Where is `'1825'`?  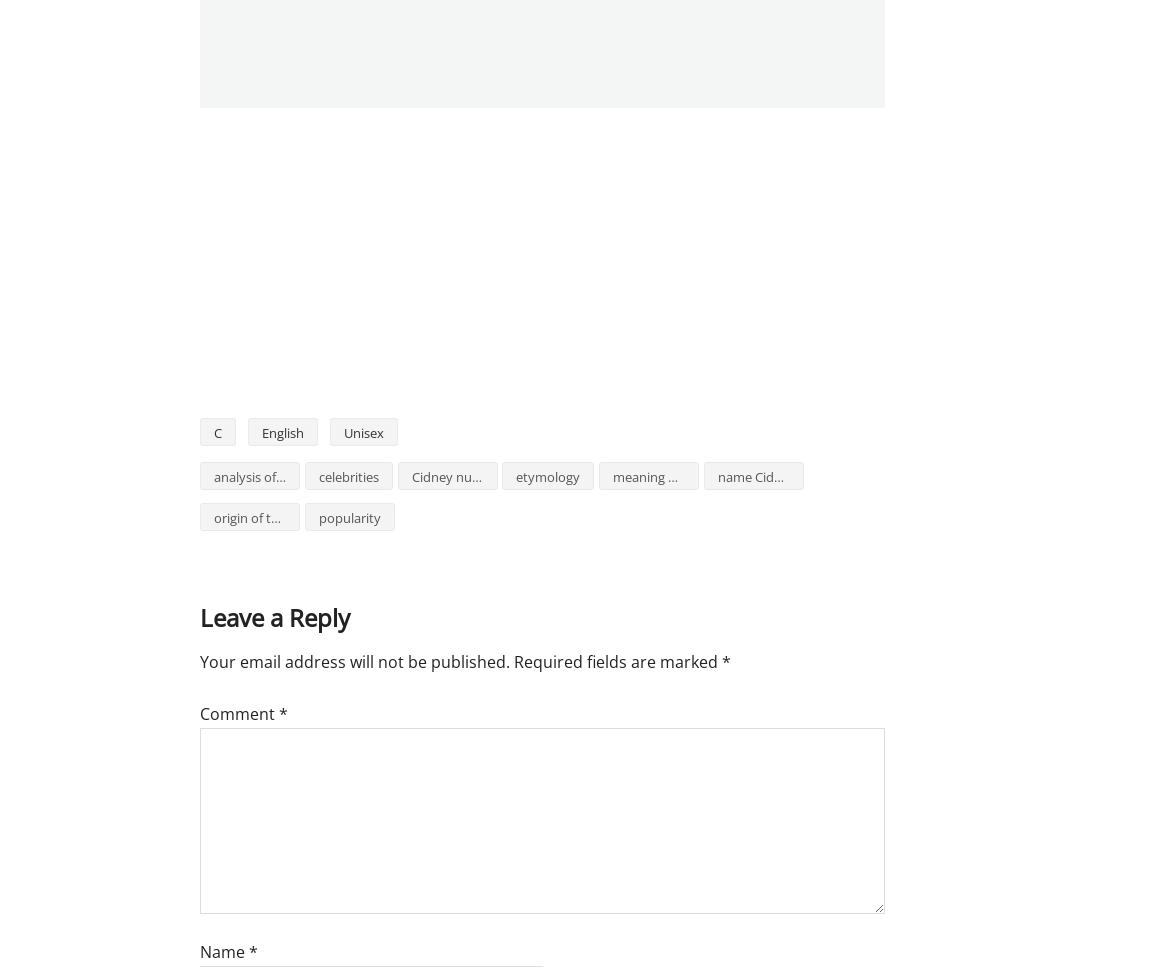 '1825' is located at coordinates (386, 438).